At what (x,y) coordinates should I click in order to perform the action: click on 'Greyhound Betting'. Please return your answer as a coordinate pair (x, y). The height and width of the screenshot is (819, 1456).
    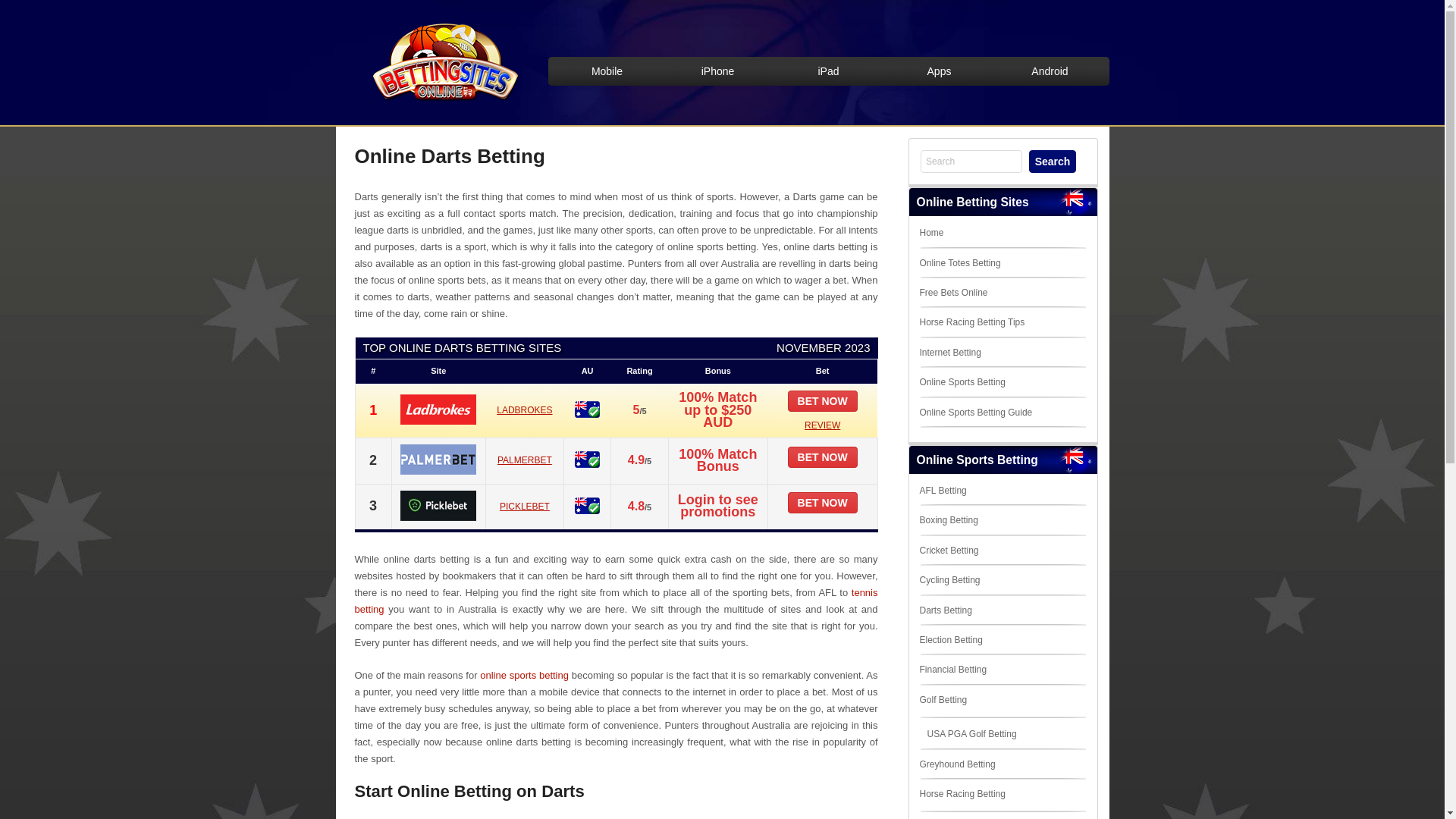
    Looking at the image, I should click on (918, 764).